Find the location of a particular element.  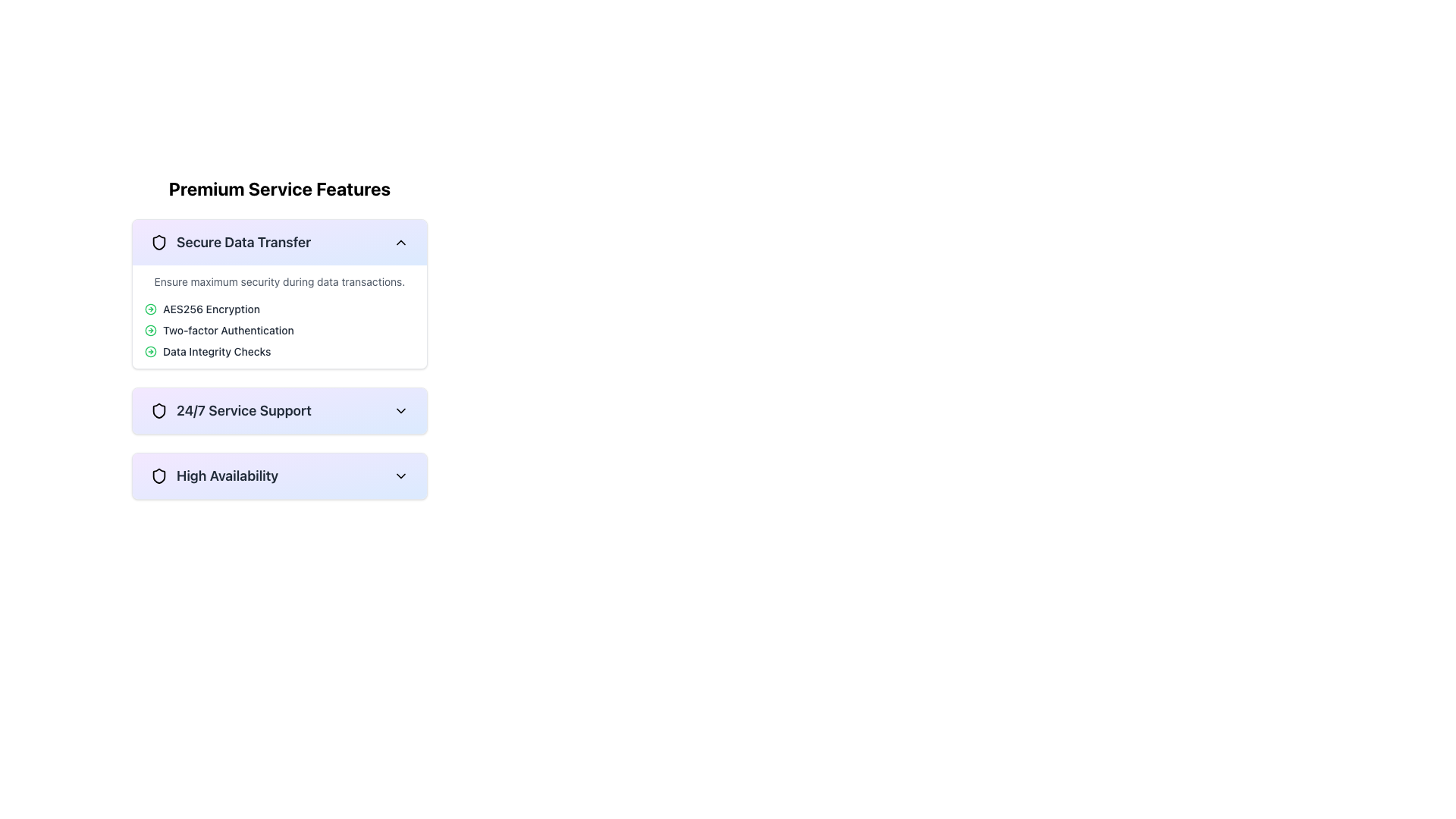

the Information Section displaying details about the 'Secure Data Transfer' service feature is located at coordinates (280, 337).